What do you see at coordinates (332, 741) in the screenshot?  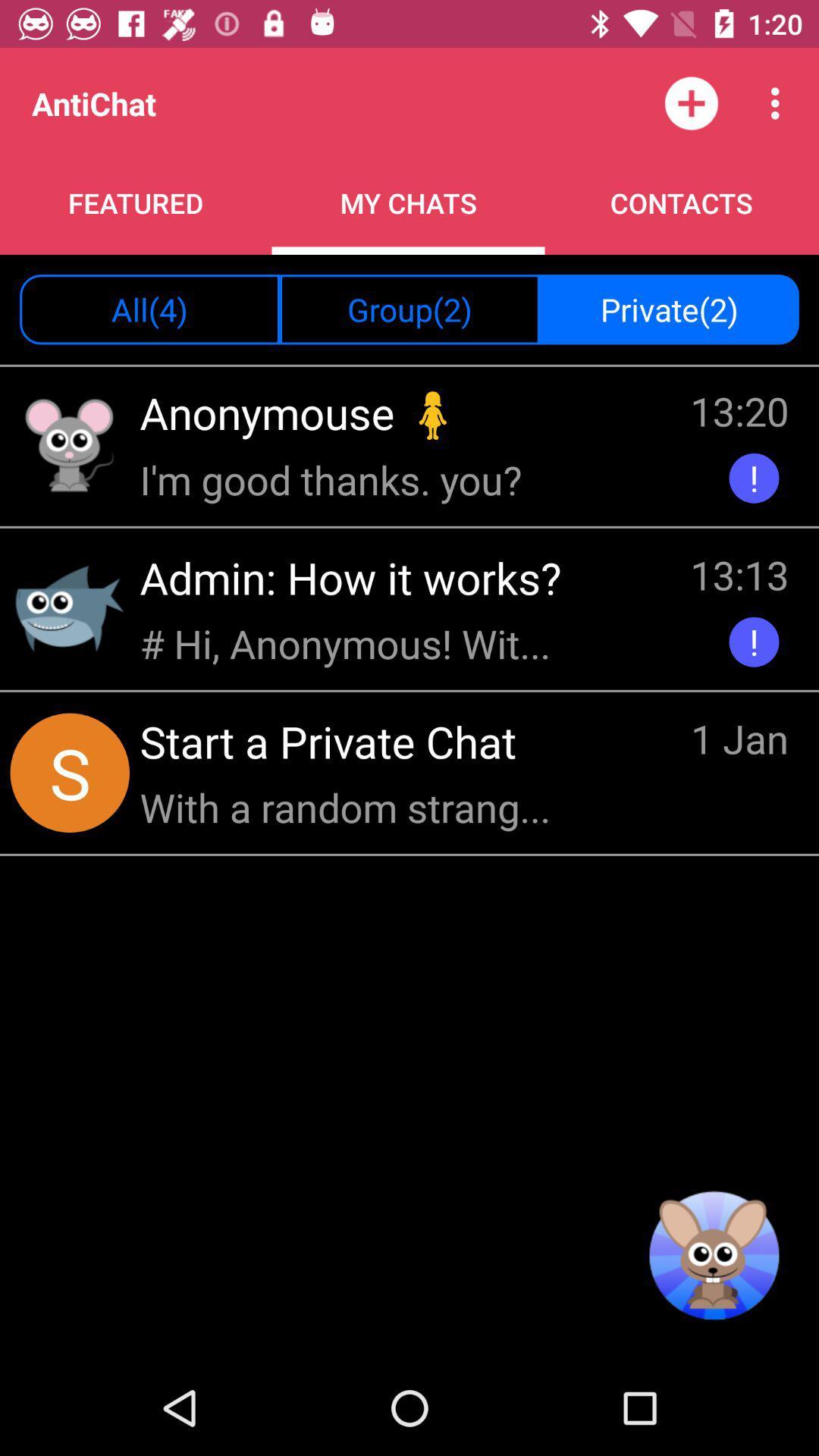 I see `item above the with a random item` at bounding box center [332, 741].